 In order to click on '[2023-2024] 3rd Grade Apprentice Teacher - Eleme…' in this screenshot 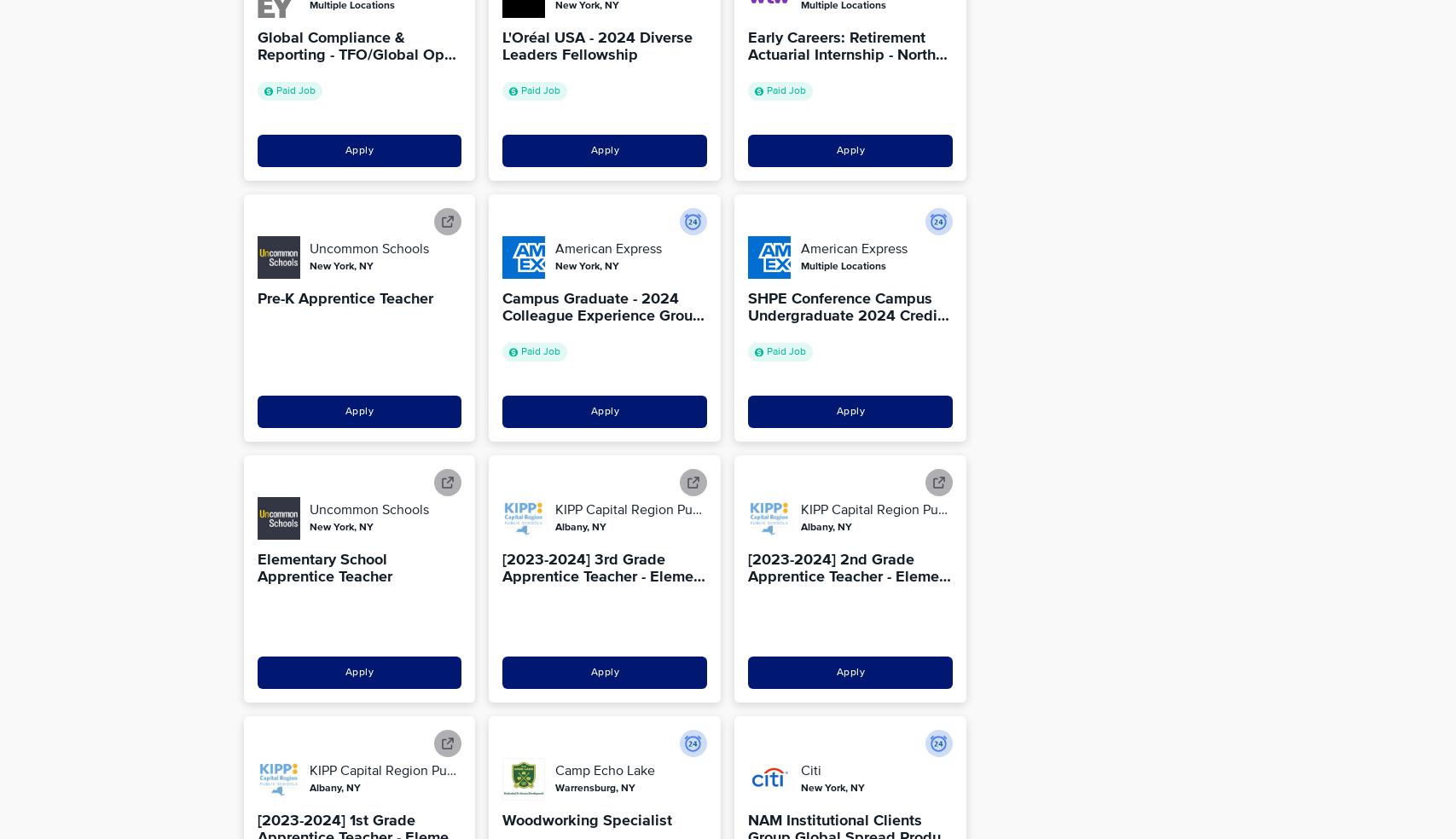, I will do `click(502, 568)`.